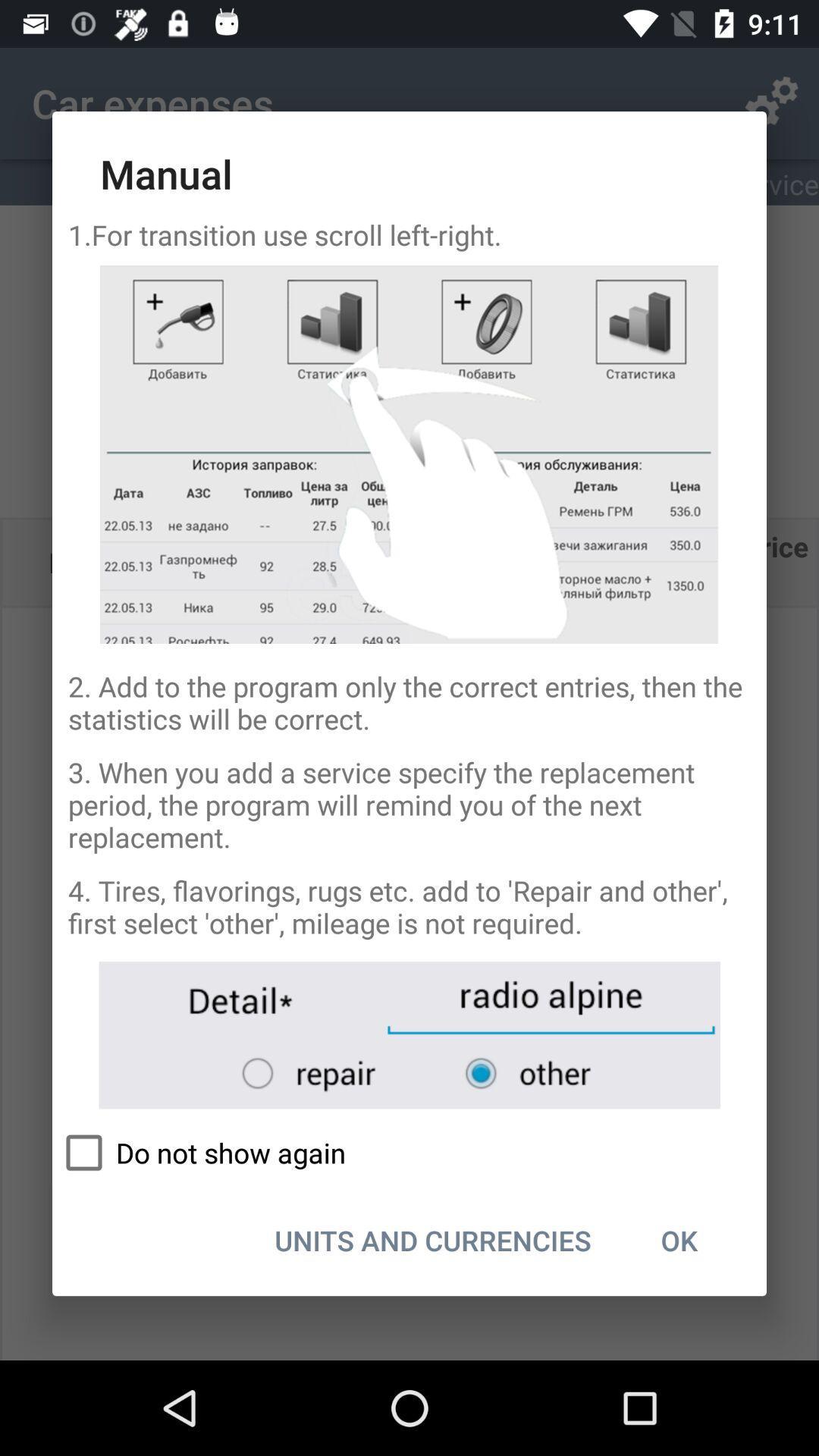  I want to click on the icon to the left of ok icon, so click(433, 1240).